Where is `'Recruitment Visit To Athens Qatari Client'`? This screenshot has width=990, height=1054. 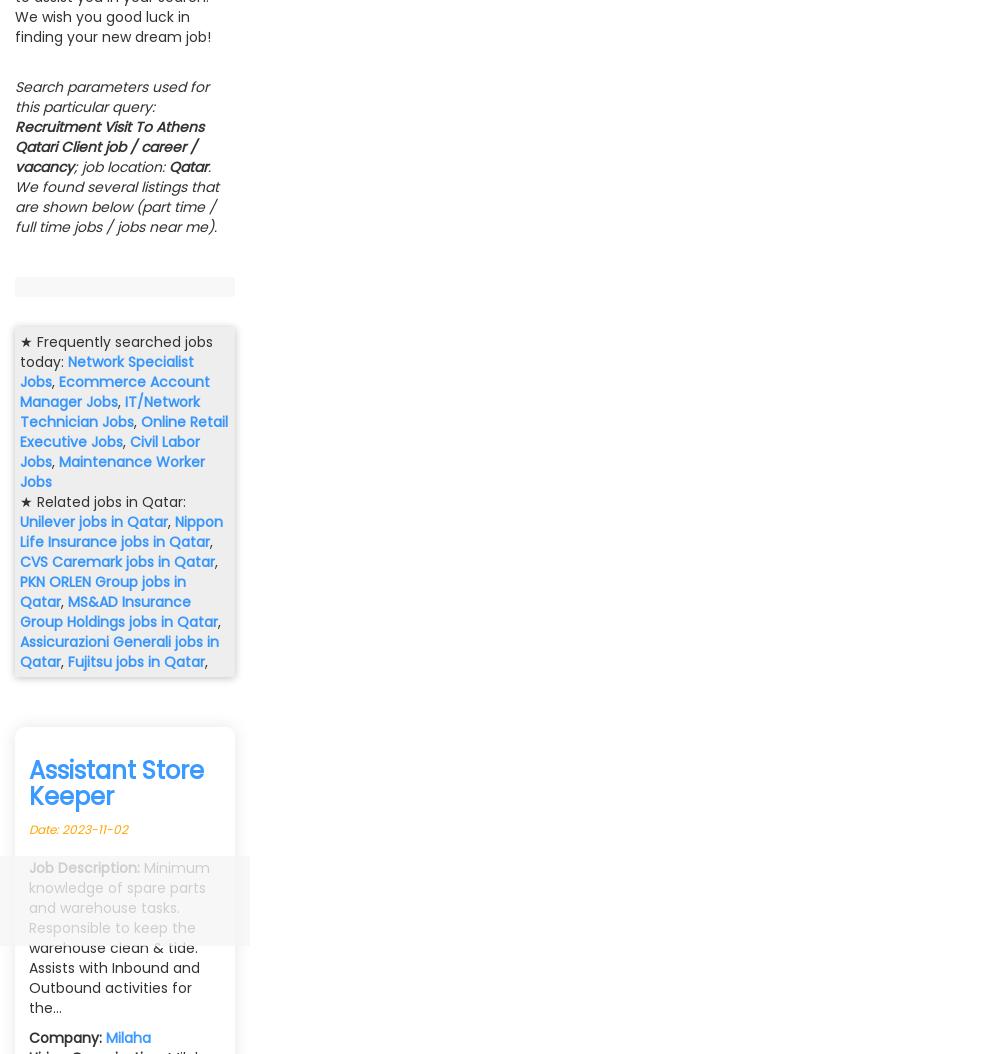
'Recruitment Visit To Athens Qatari Client' is located at coordinates (14, 137).